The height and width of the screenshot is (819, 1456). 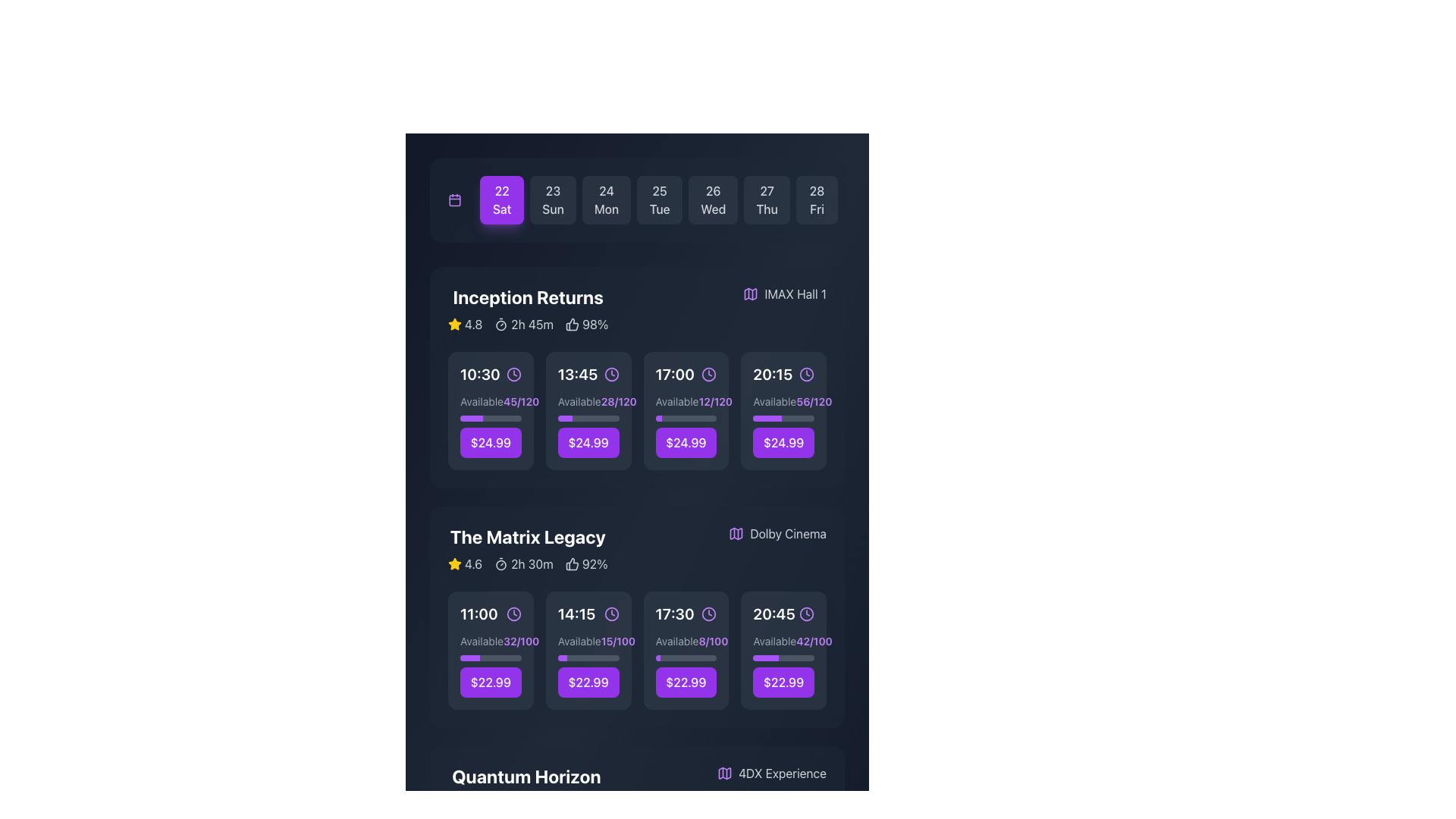 What do you see at coordinates (579, 400) in the screenshot?
I see `the light gray text label reading 'Available.' located at the top left of the second screening time card for 'Inception Returns' movie section` at bounding box center [579, 400].